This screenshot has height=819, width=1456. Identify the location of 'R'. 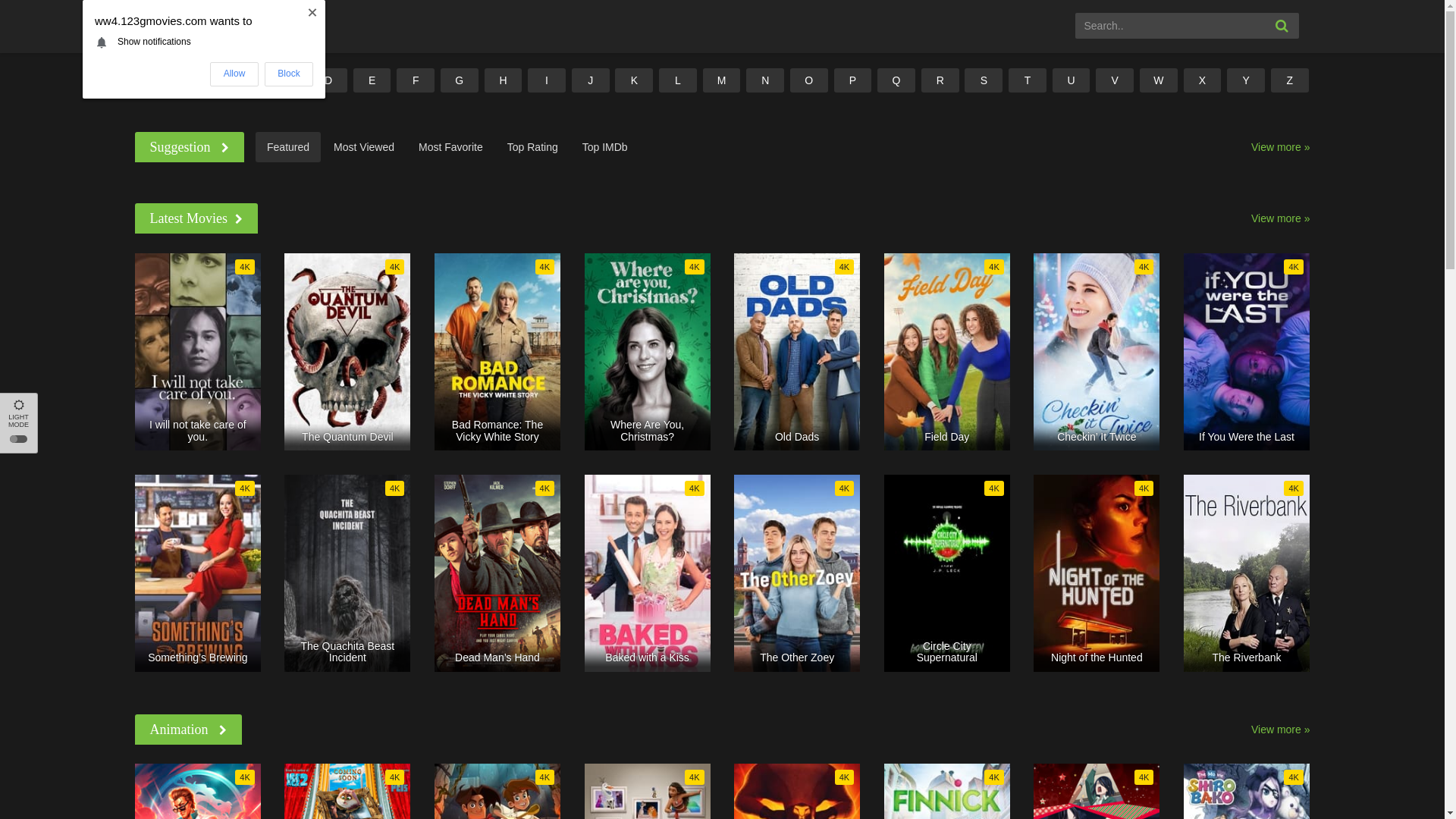
(939, 80).